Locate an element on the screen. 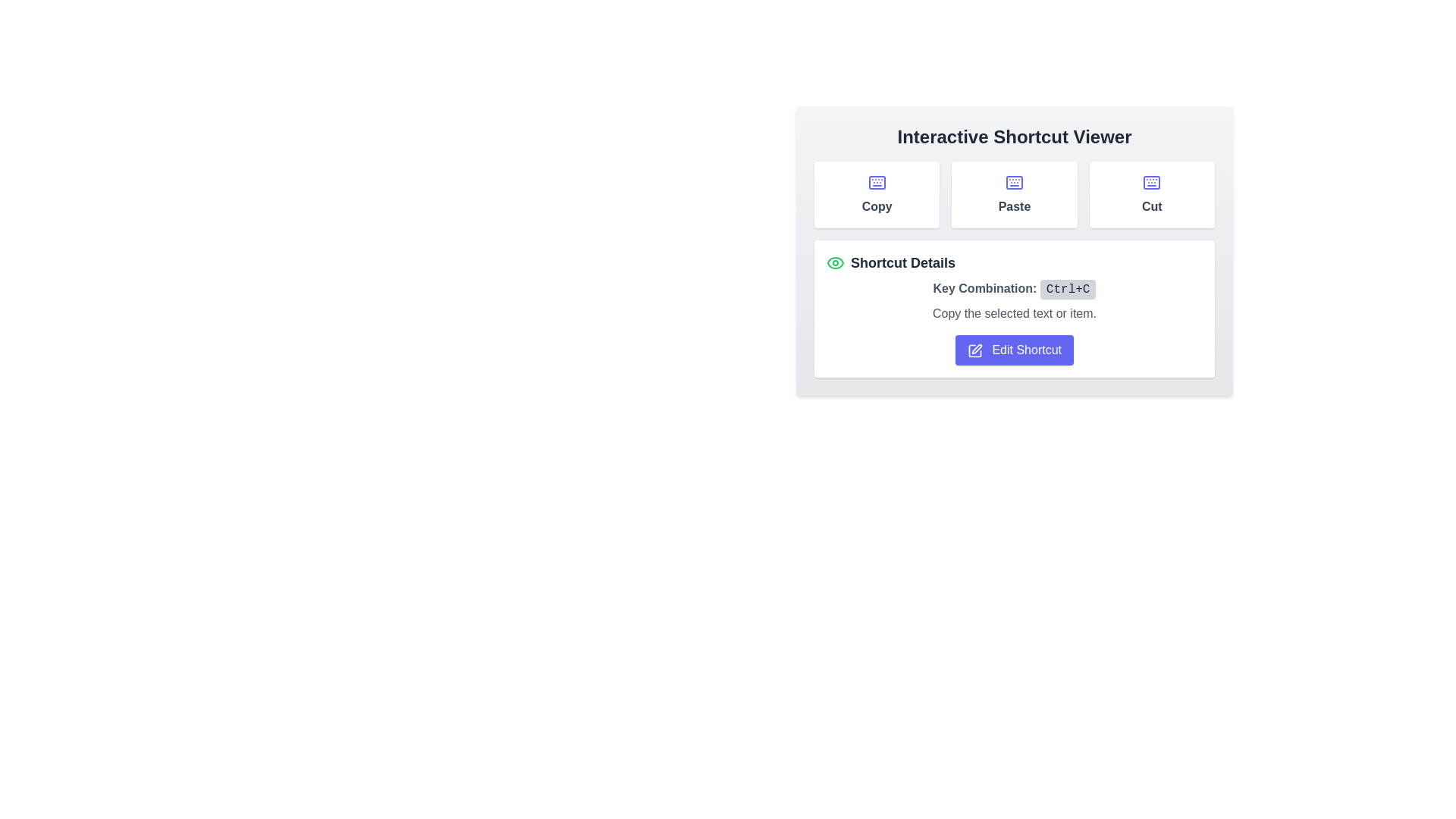 The height and width of the screenshot is (819, 1456). the edit button located in the bottom section of the panel is located at coordinates (1015, 350).